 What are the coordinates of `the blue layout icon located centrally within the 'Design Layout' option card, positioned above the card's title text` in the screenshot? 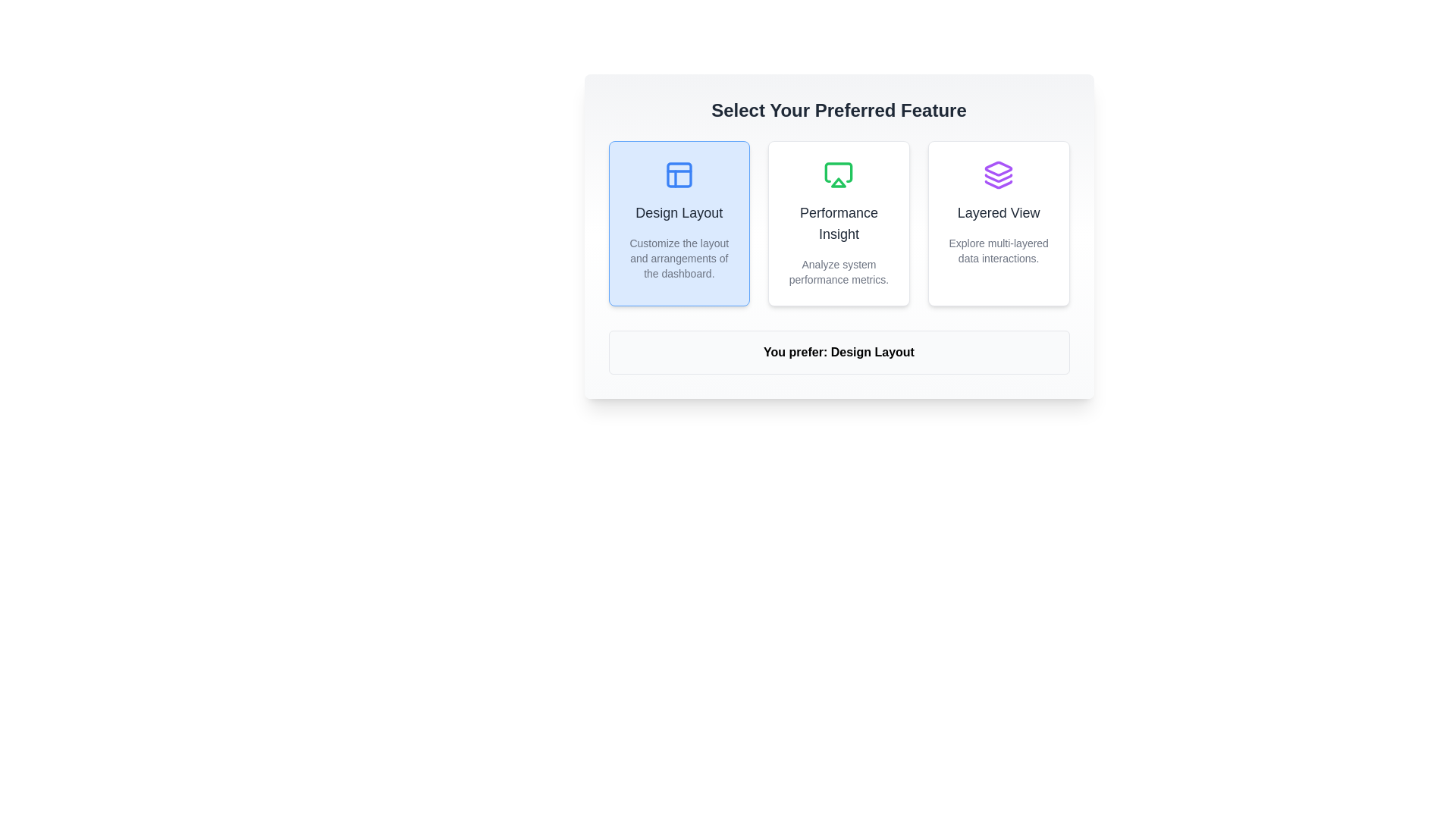 It's located at (678, 174).